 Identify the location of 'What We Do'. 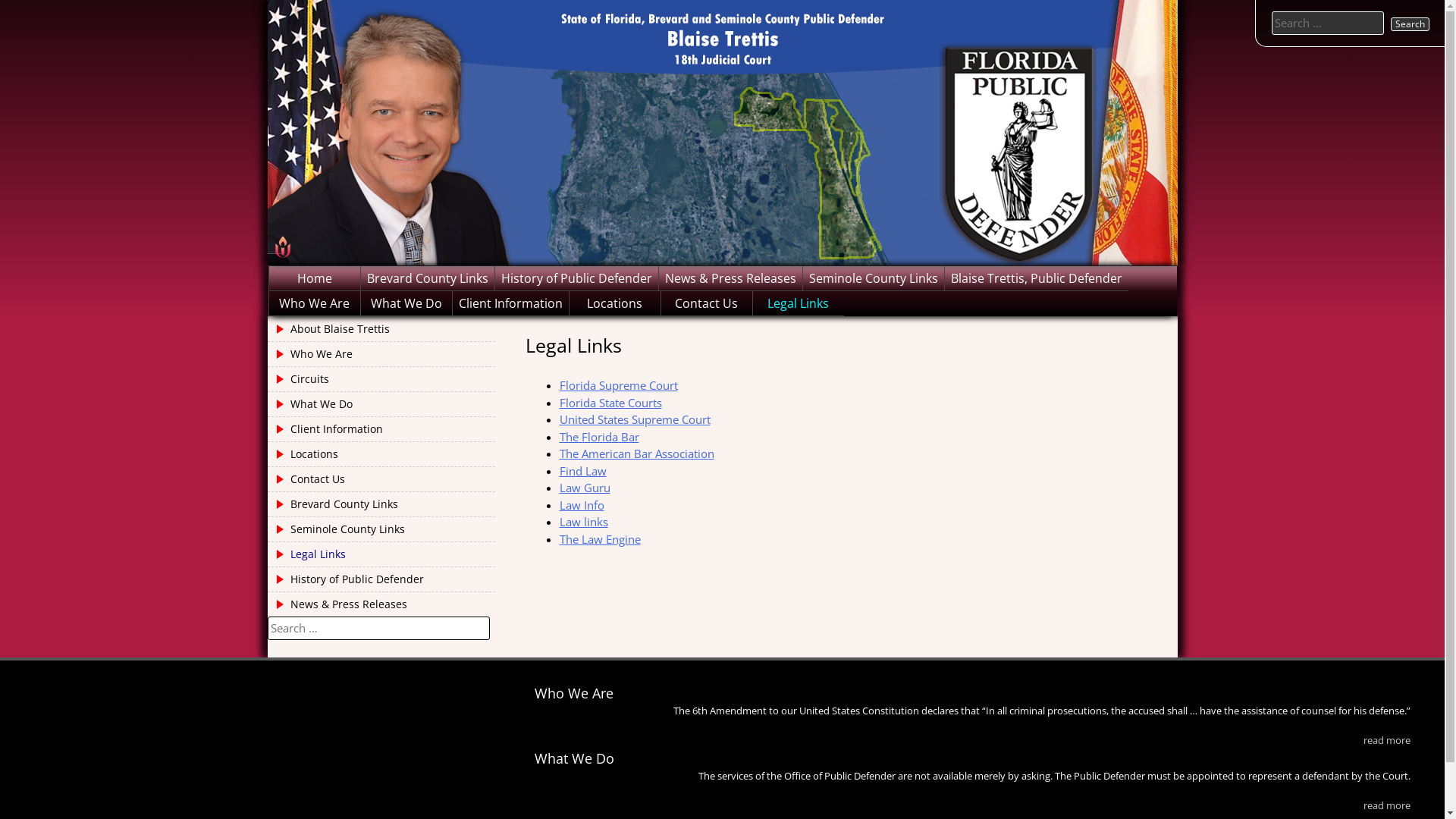
(381, 403).